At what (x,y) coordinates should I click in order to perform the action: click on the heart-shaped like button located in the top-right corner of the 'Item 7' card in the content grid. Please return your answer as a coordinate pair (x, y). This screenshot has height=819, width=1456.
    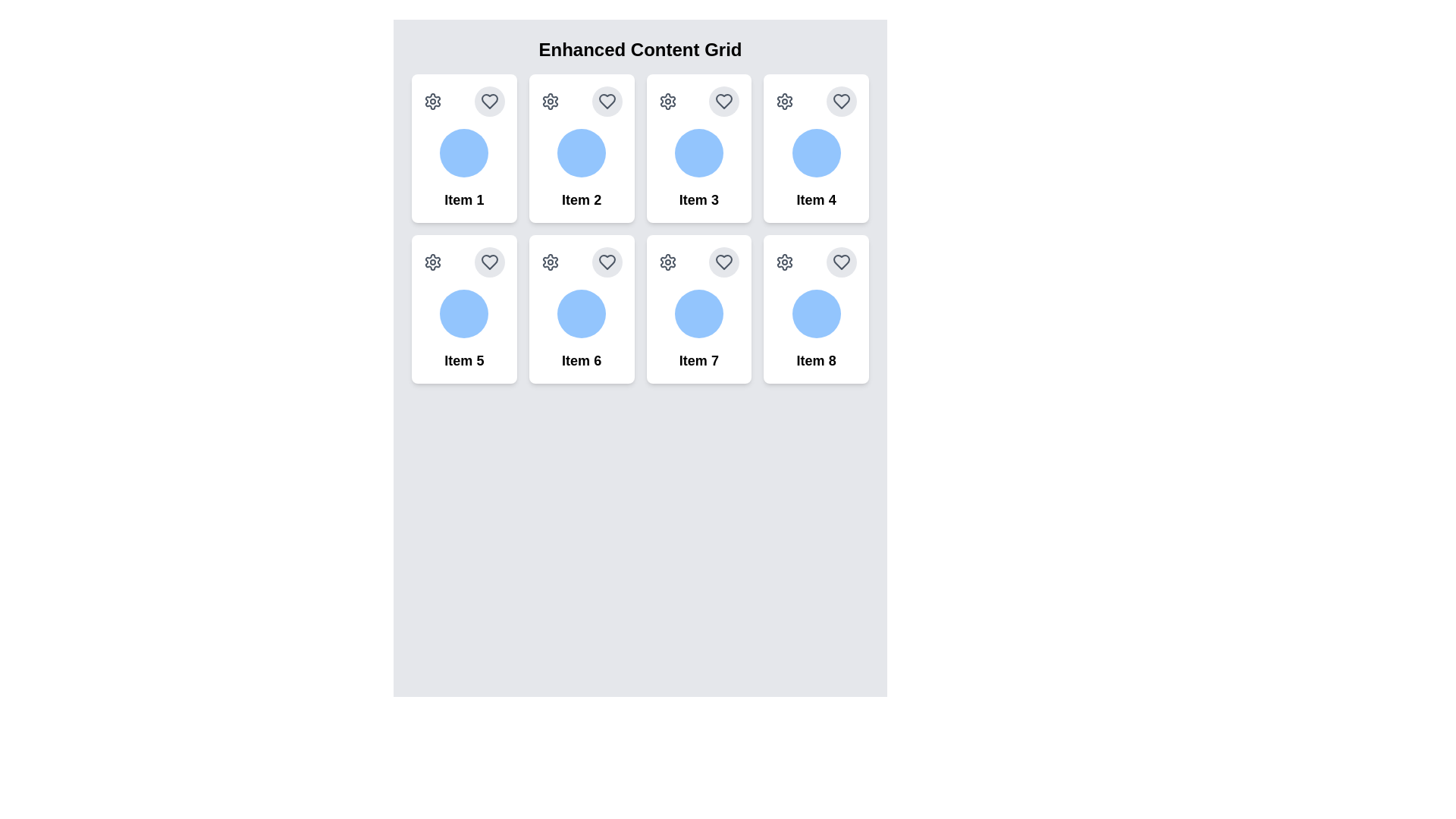
    Looking at the image, I should click on (723, 262).